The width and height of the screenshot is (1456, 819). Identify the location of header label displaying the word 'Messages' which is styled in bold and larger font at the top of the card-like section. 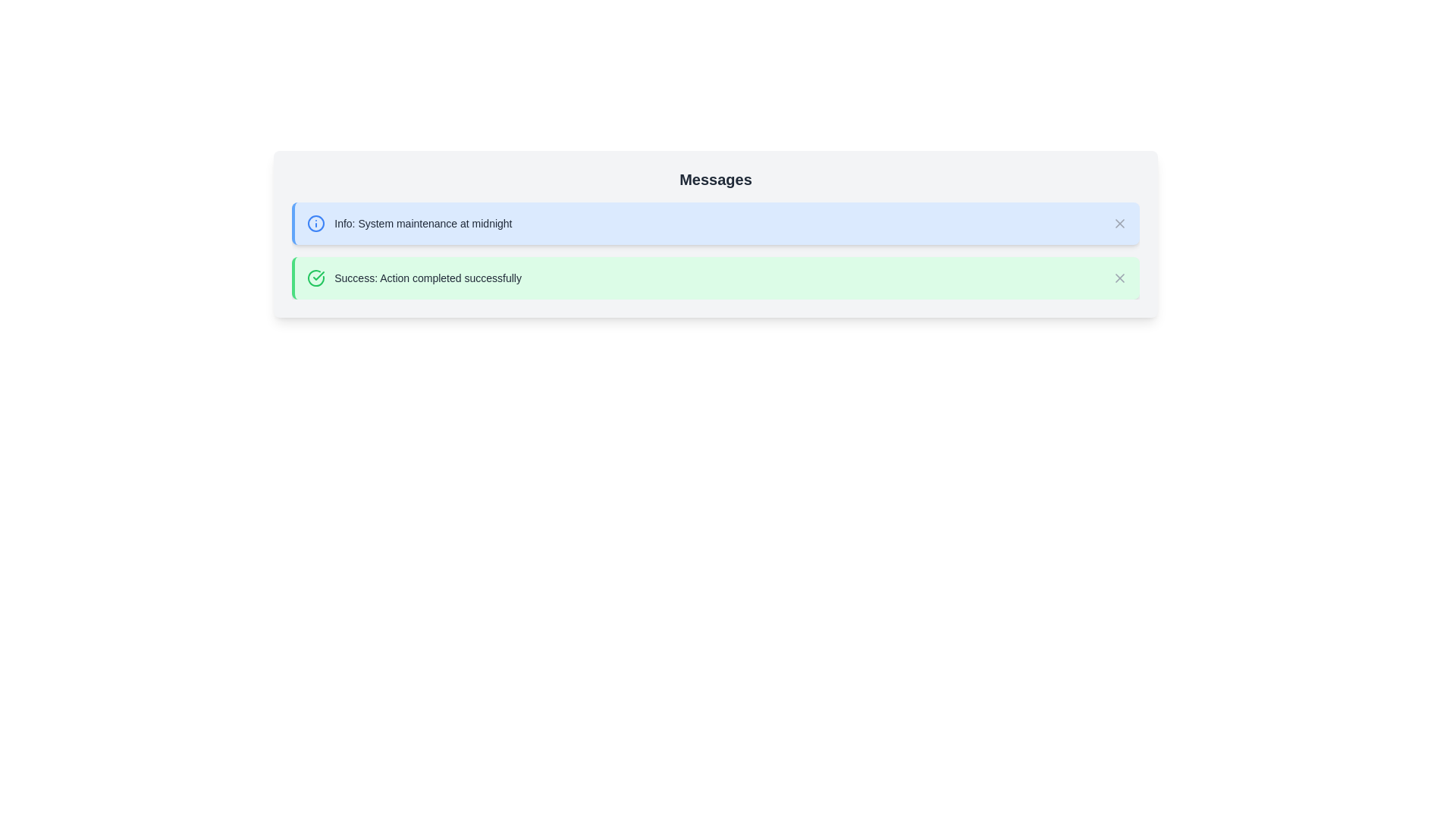
(715, 178).